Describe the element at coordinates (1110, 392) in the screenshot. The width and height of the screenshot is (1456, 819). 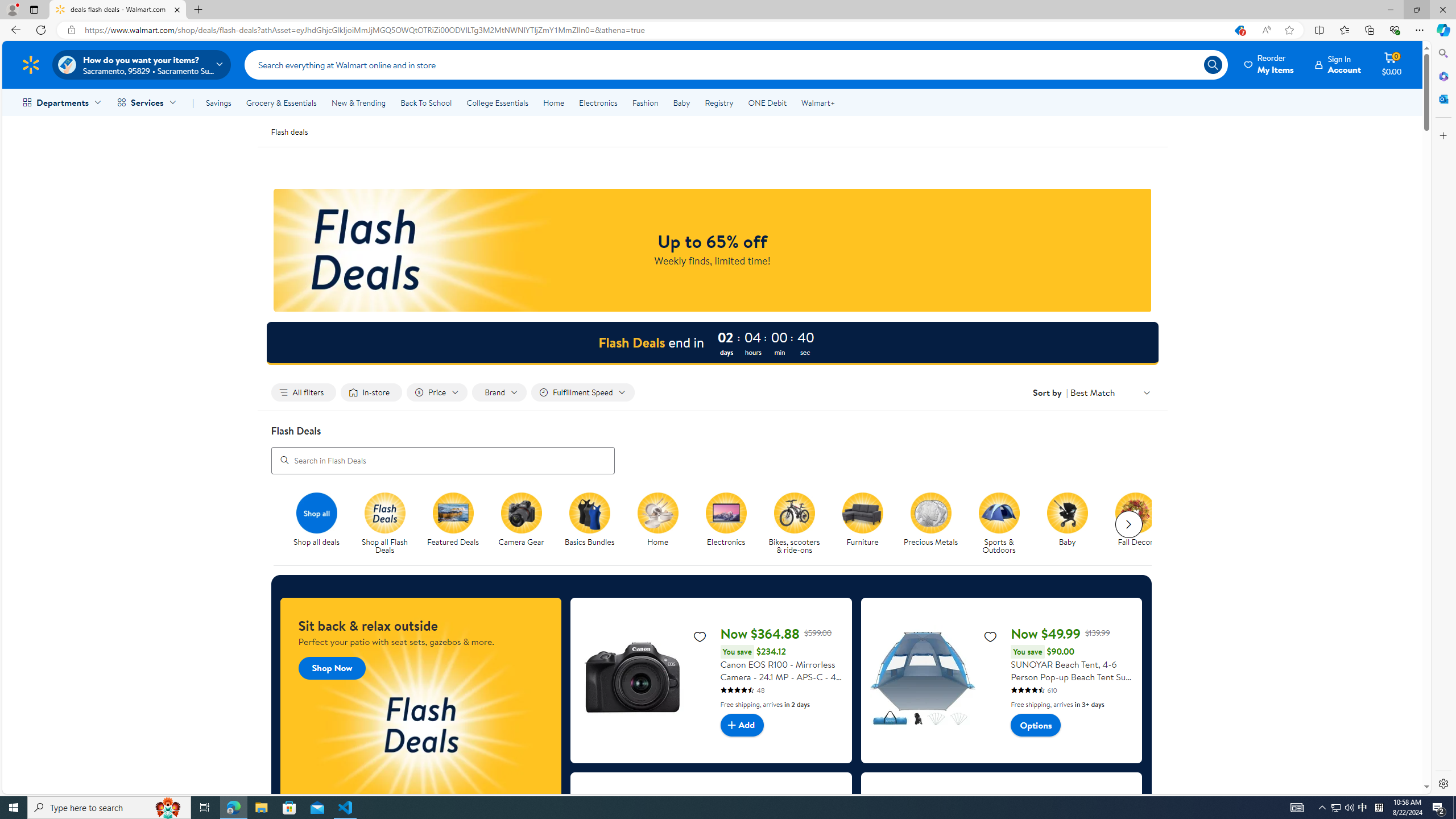
I see `'Sort by Best Match'` at that location.